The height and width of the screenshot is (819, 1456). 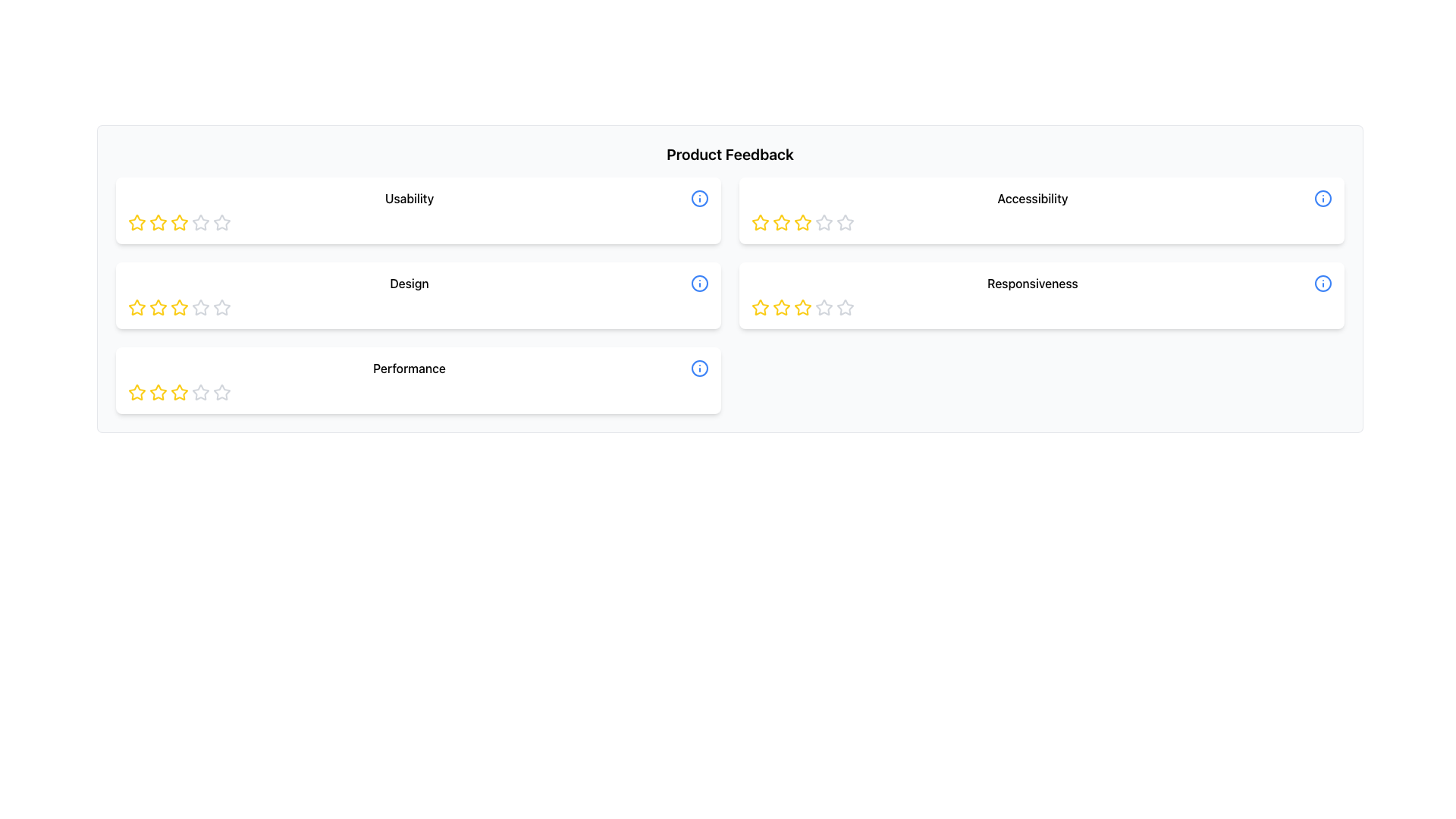 I want to click on the second star icon, so click(x=801, y=222).